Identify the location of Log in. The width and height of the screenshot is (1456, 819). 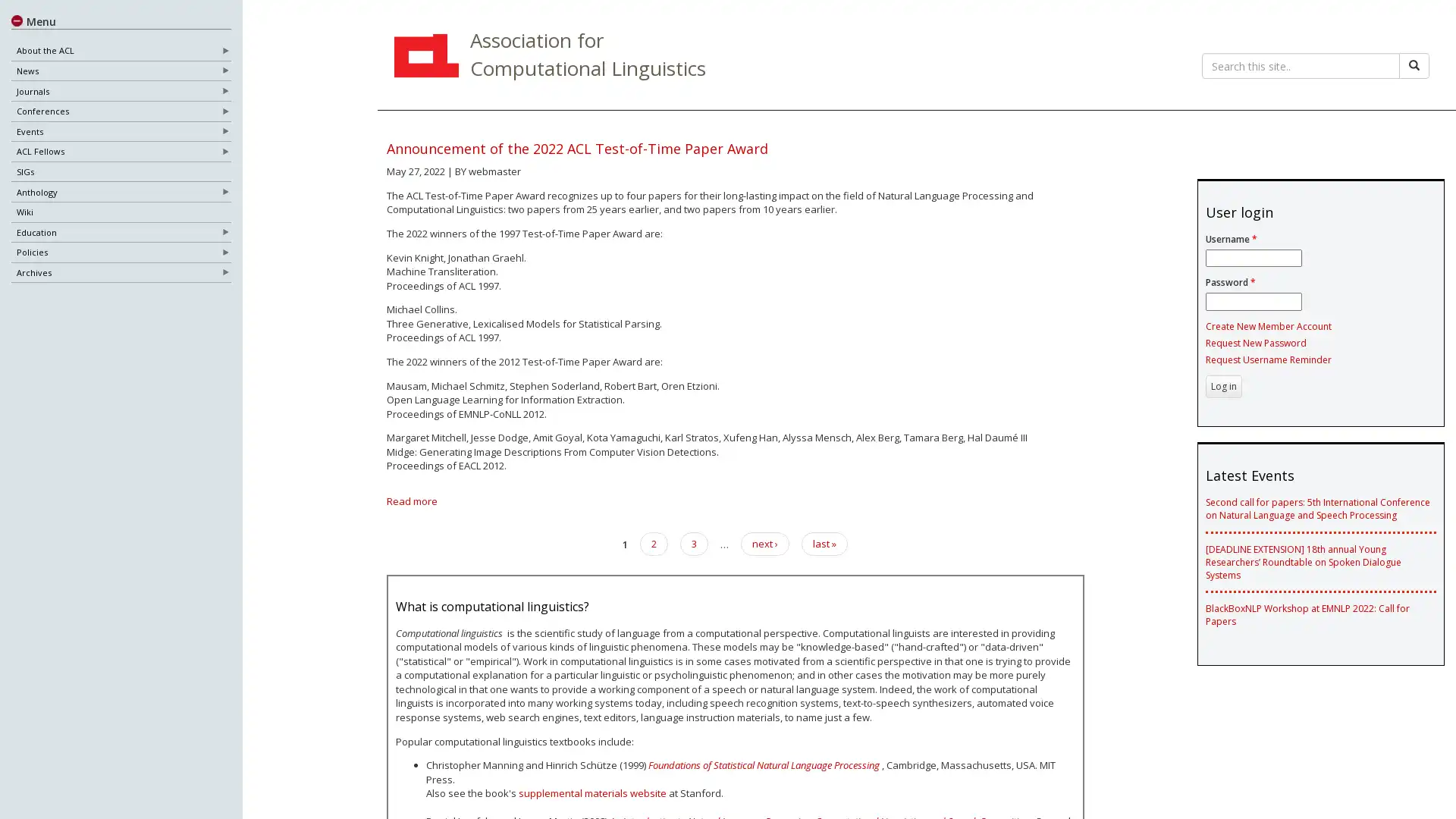
(1222, 385).